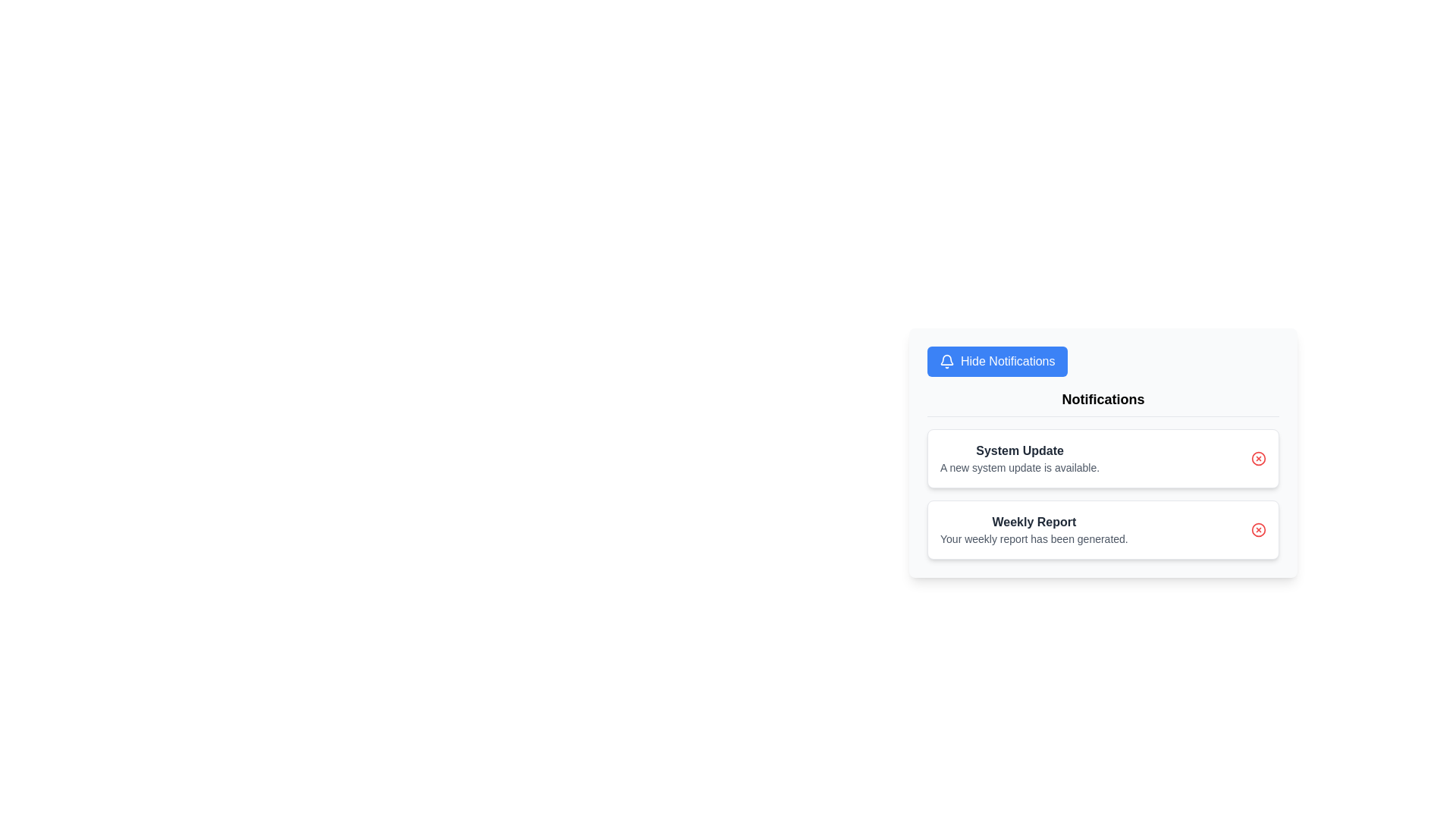  Describe the element at coordinates (1103, 402) in the screenshot. I see `the Text Label that serves as a section header for the notifications area, positioned at the top-center of the notification section` at that location.